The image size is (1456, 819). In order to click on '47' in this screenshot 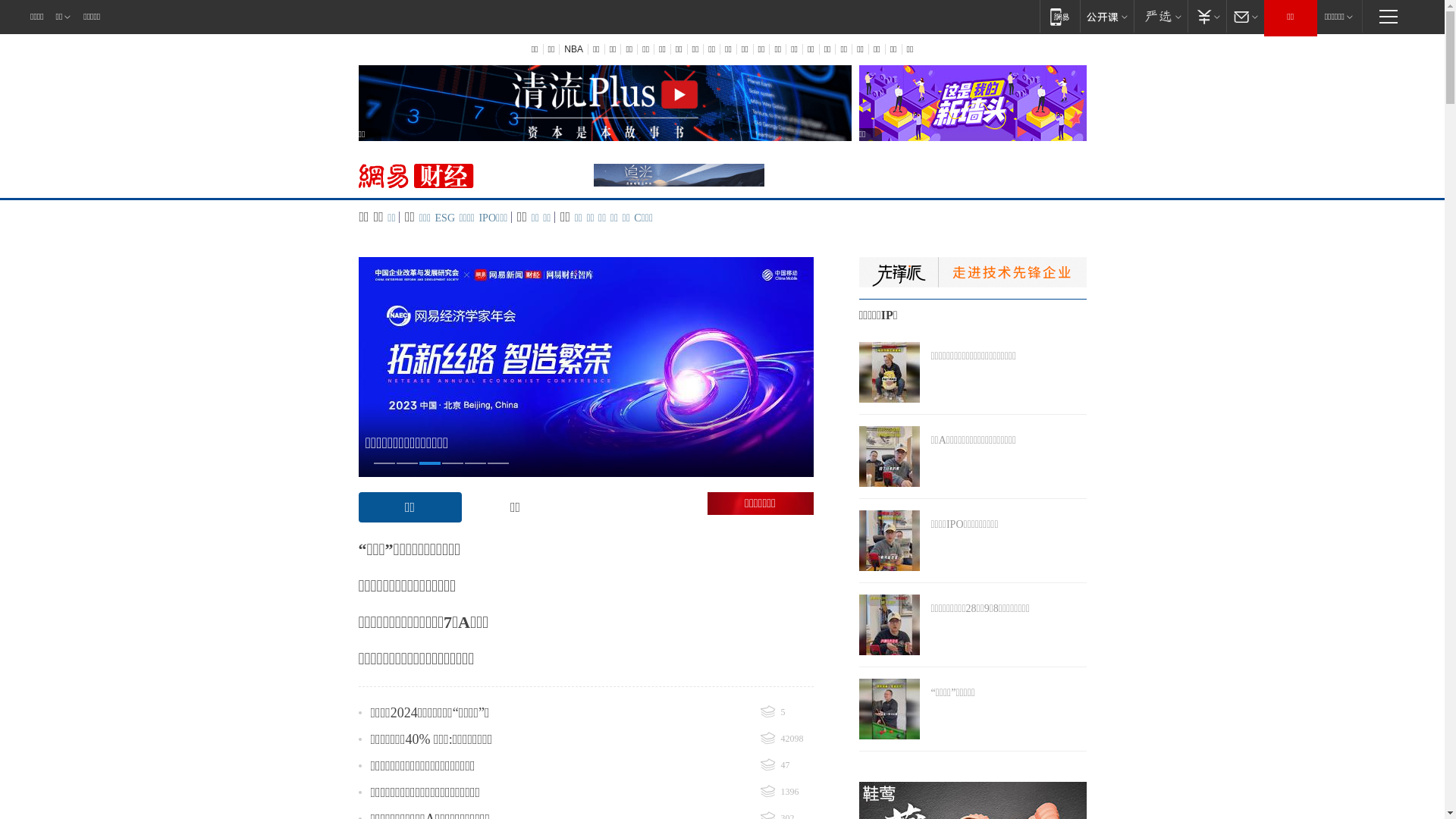, I will do `click(786, 766)`.